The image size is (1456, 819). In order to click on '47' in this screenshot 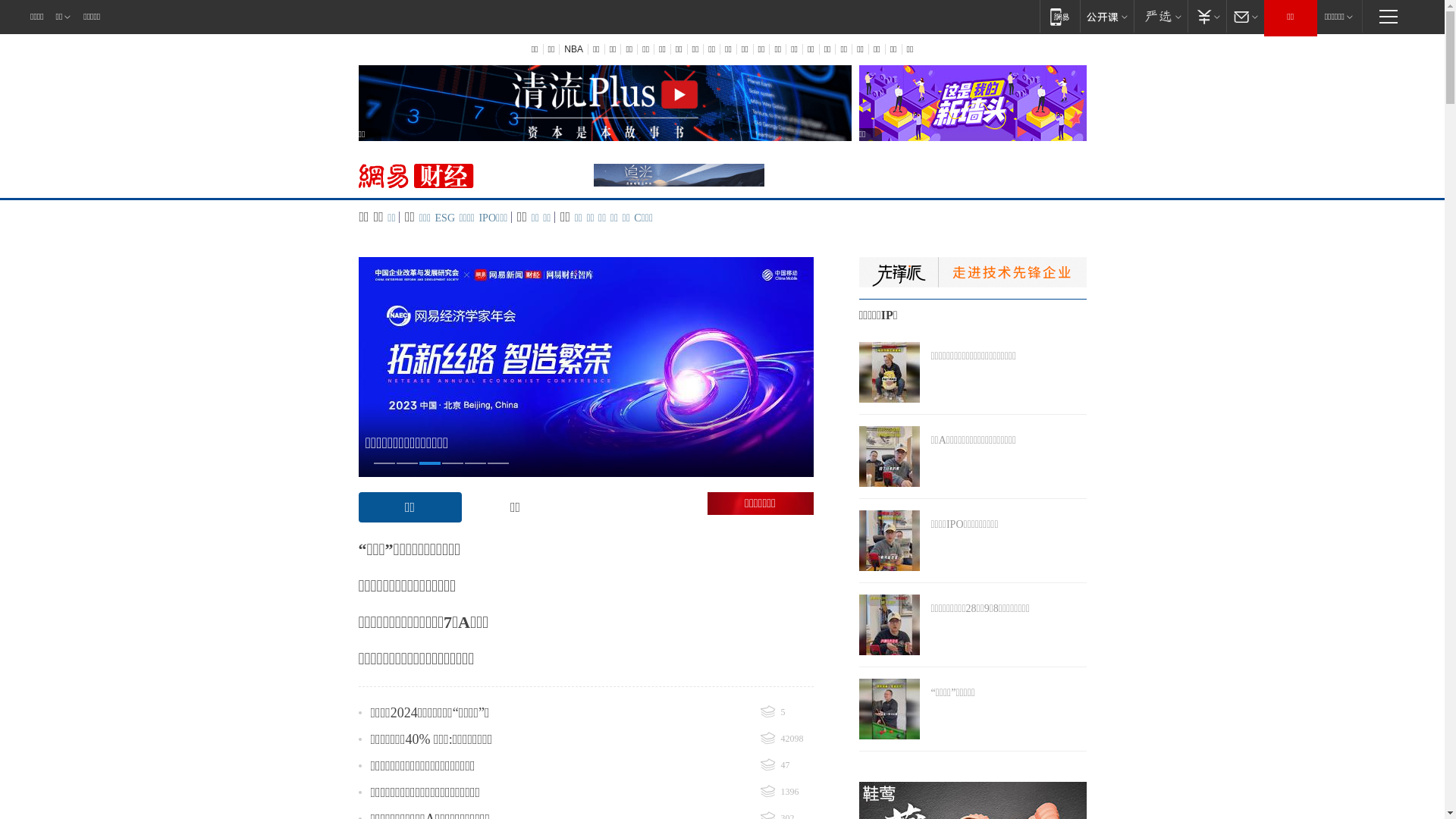, I will do `click(786, 766)`.